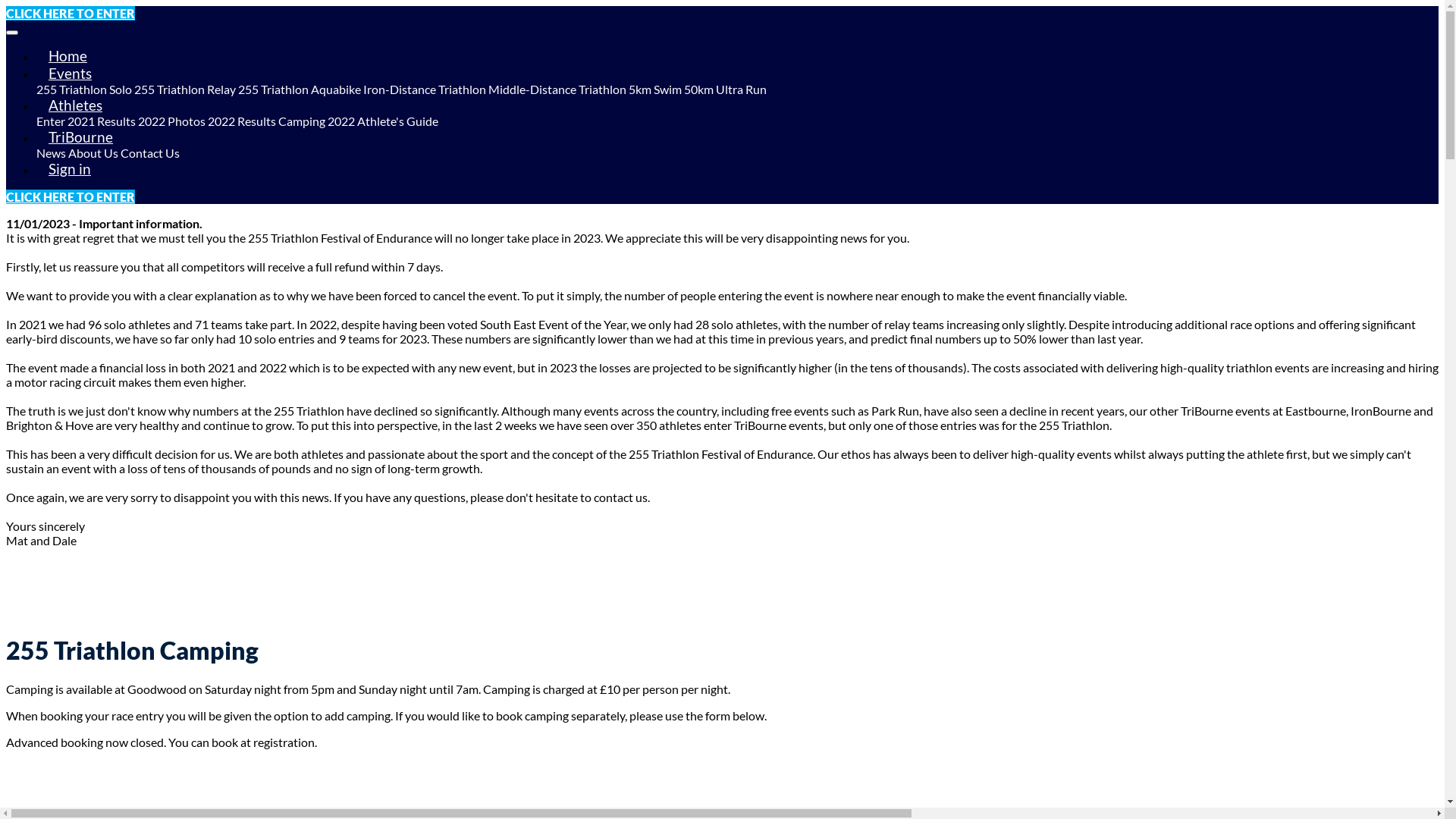 The image size is (1456, 819). I want to click on '255 Triathlon Solo', so click(83, 89).